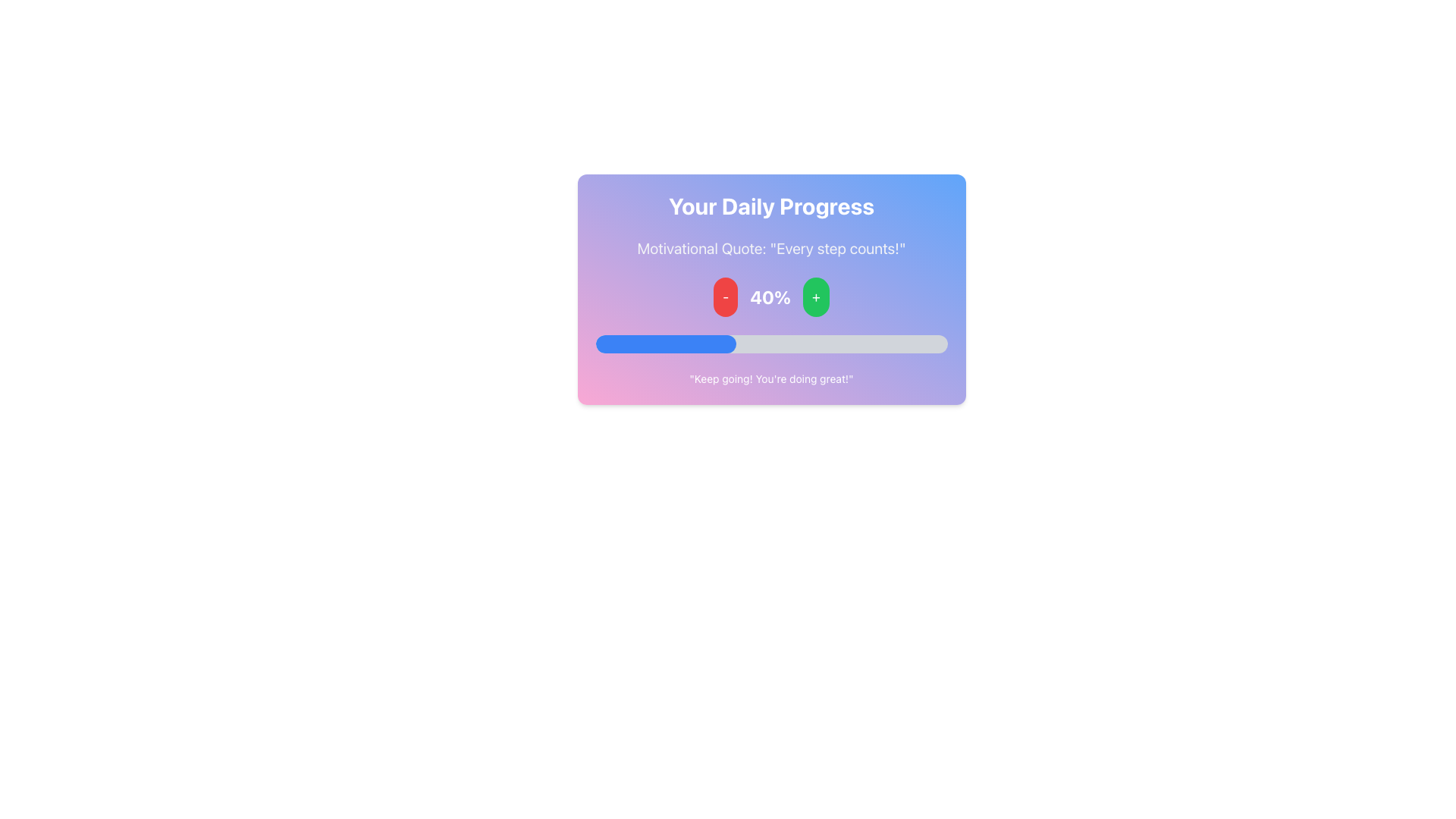 This screenshot has height=819, width=1456. Describe the element at coordinates (771, 378) in the screenshot. I see `the static text informational label that reads 'Keep going! You're doing great!' which is centrally positioned at the bottom of a card with a gradient background transitioning from pink to blue` at that location.